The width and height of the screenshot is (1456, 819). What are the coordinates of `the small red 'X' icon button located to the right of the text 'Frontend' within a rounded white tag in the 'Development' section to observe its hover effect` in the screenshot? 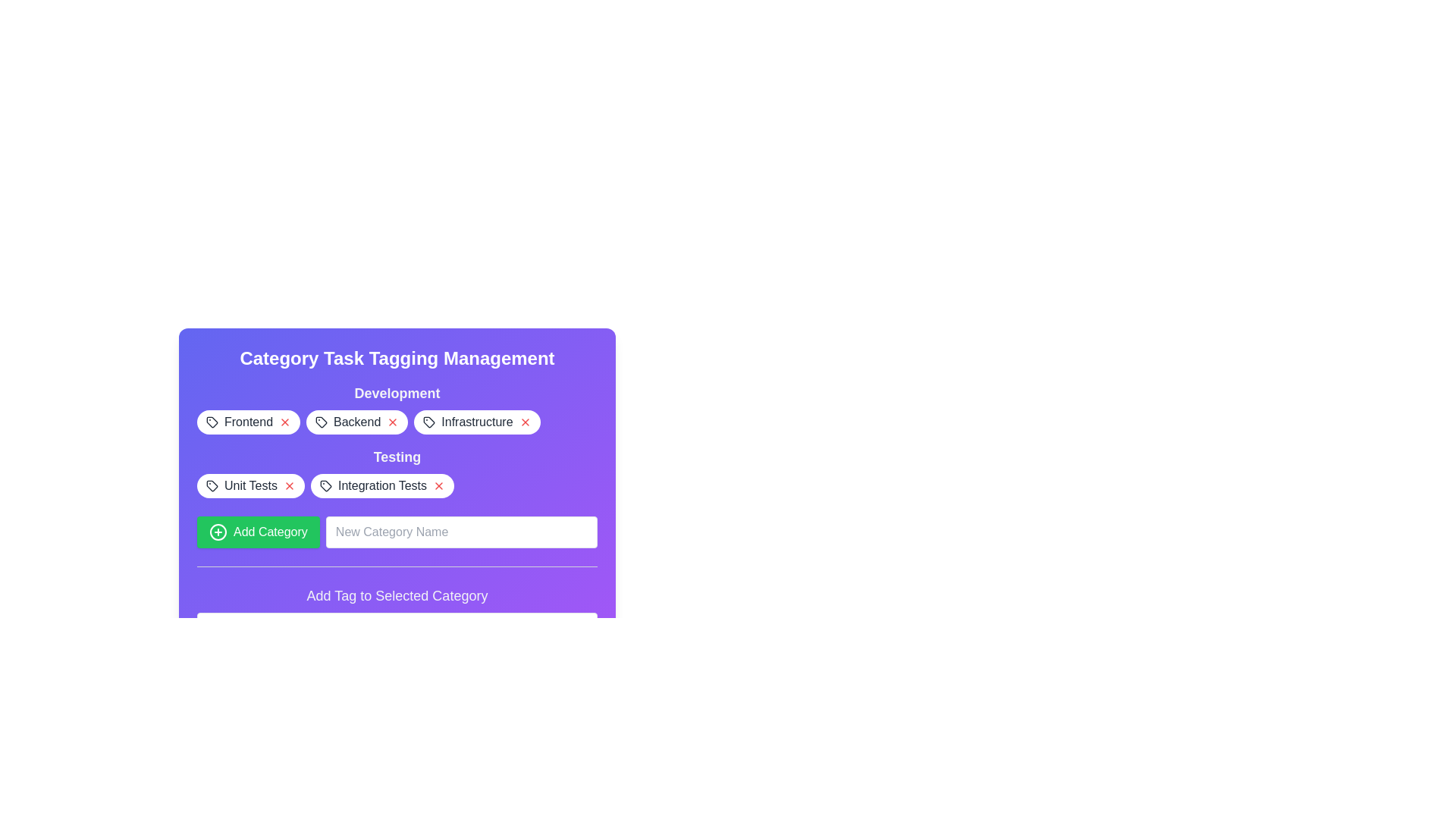 It's located at (285, 422).